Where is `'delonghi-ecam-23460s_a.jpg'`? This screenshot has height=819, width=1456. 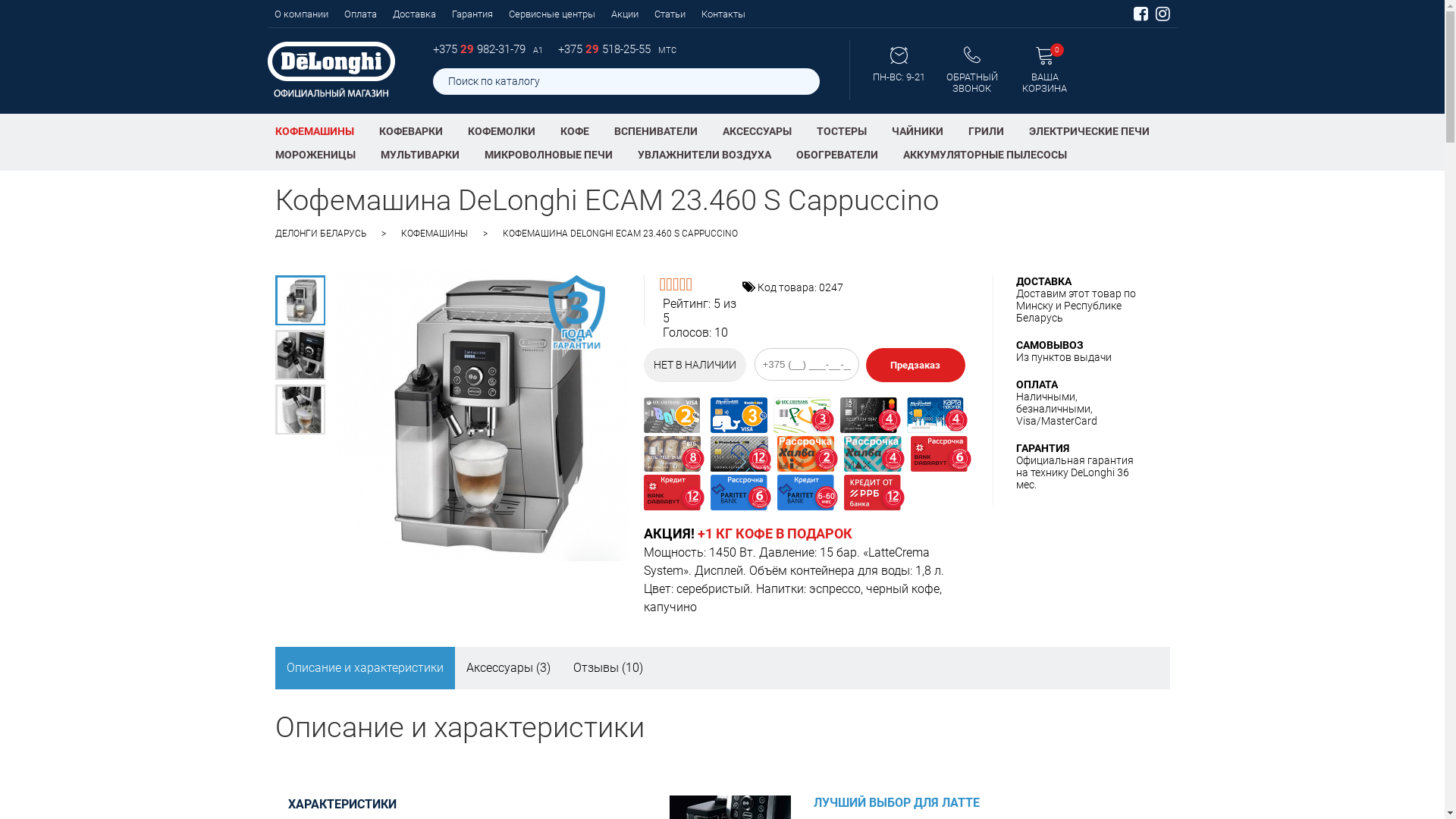 'delonghi-ecam-23460s_a.jpg' is located at coordinates (274, 300).